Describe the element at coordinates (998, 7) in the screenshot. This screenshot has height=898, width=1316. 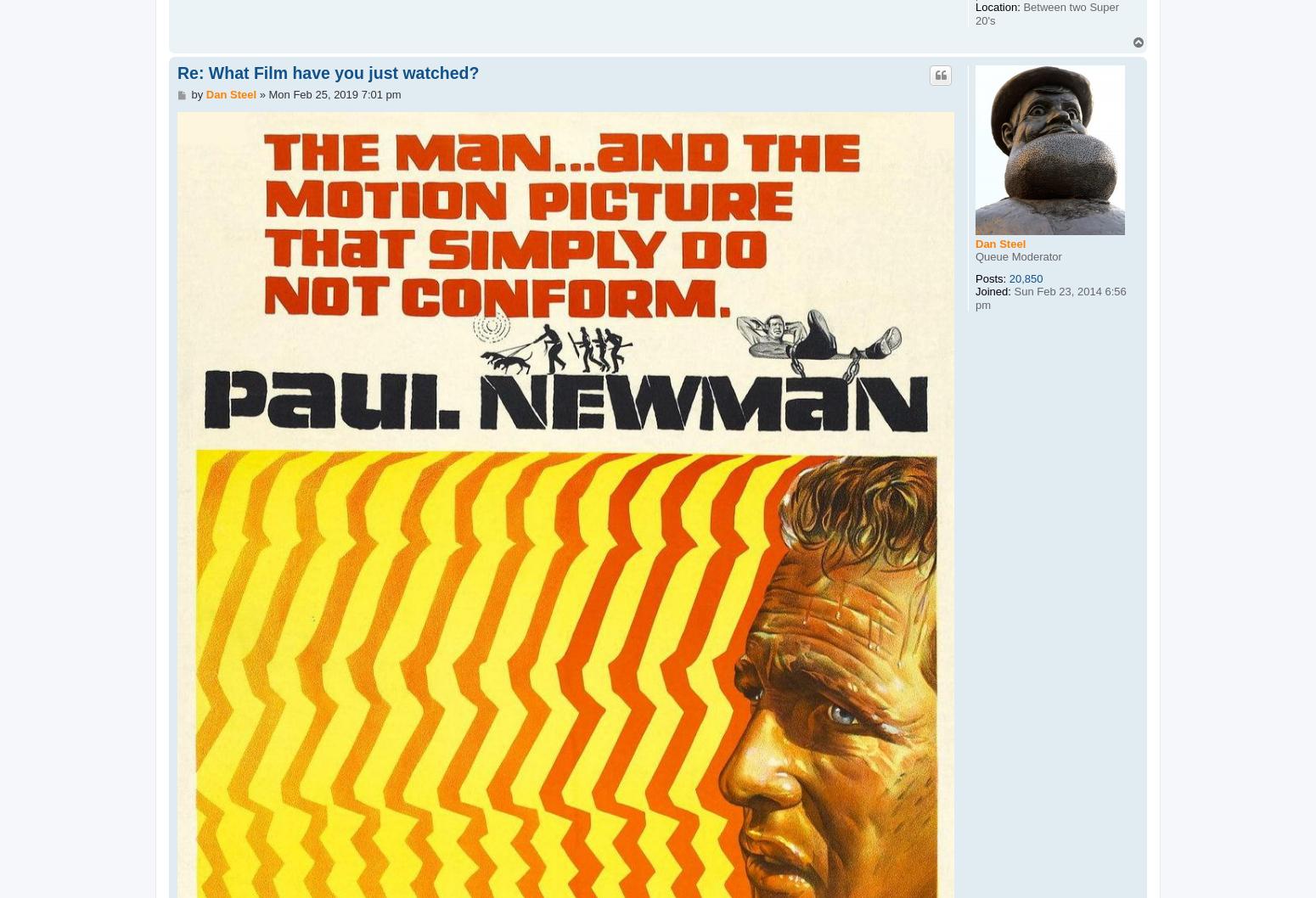
I see `'Location:'` at that location.